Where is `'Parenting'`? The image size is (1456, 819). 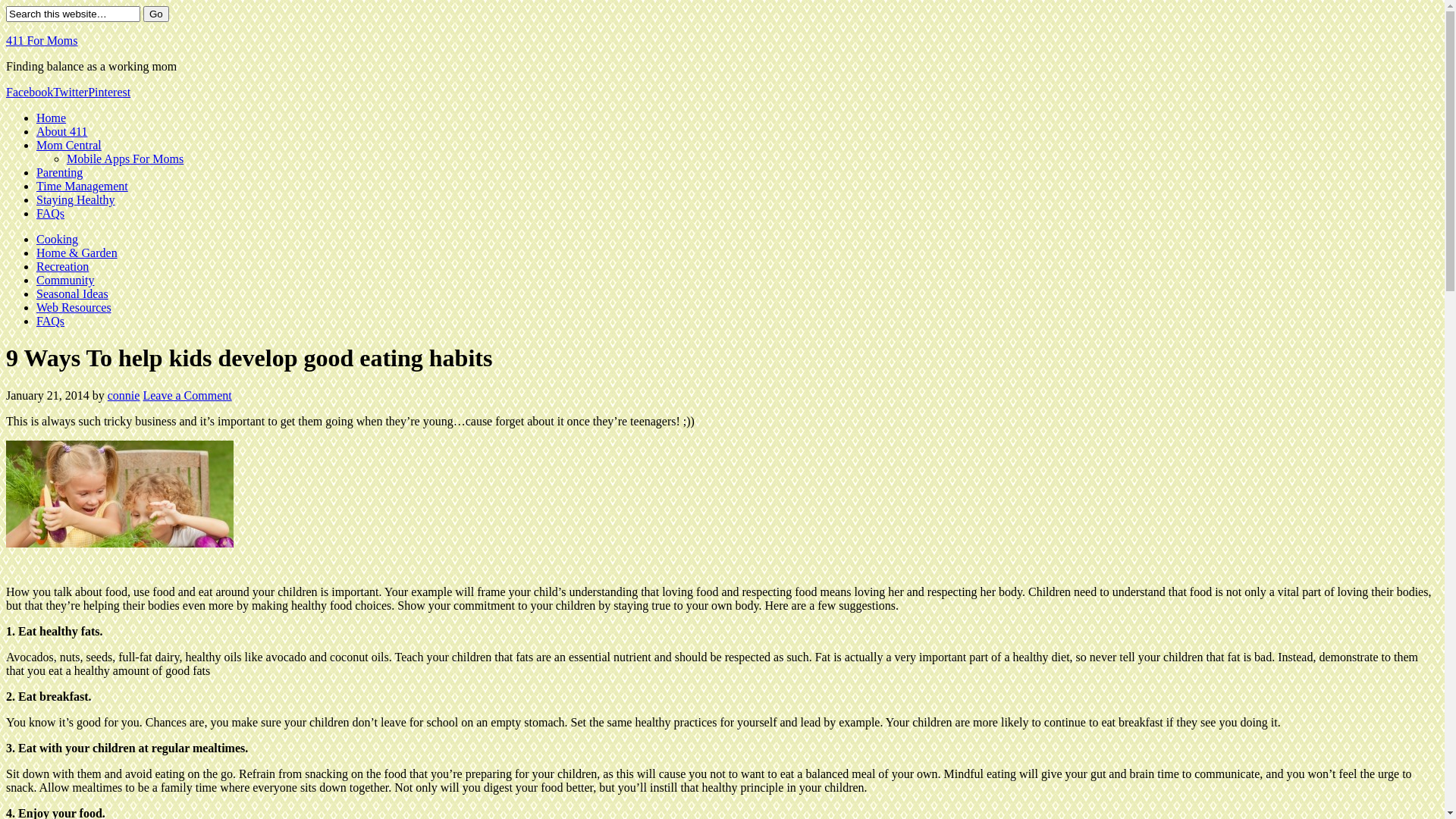 'Parenting' is located at coordinates (59, 171).